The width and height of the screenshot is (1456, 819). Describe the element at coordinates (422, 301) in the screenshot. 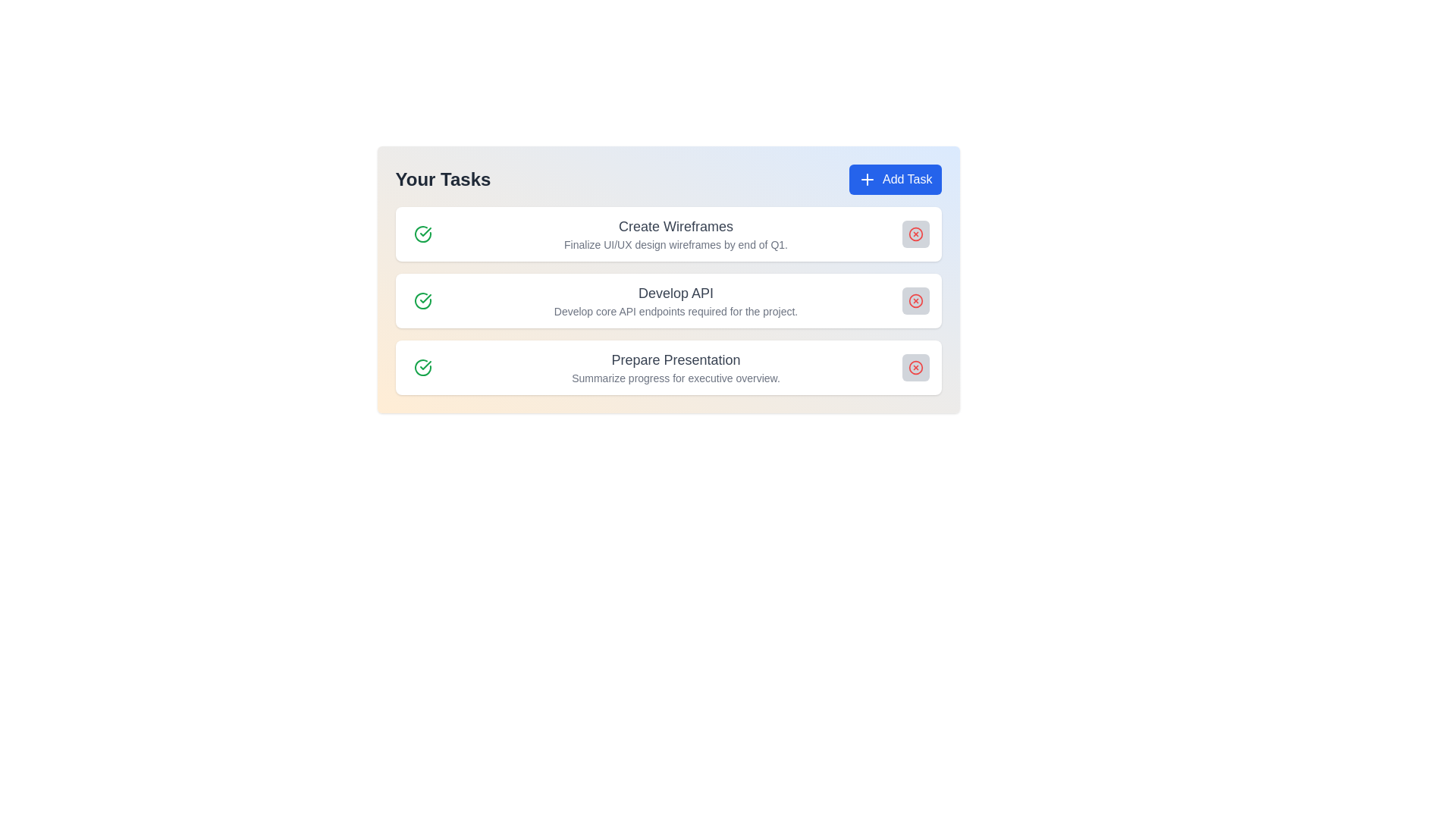

I see `the completion icon located at the top-left corner of the 'Develop API' task card, which indicates that the associated task has been completed` at that location.